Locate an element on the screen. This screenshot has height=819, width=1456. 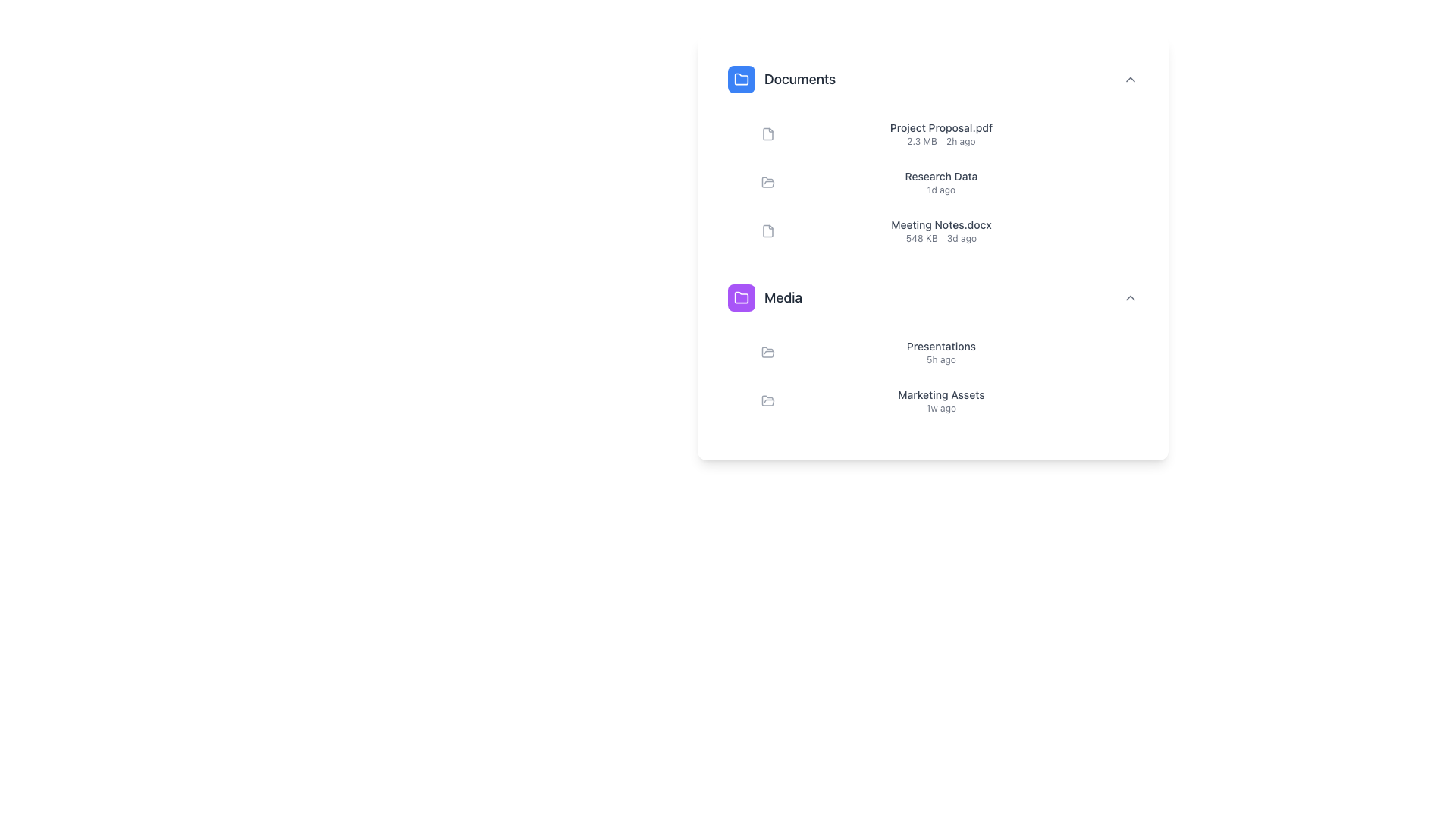
the blue circular icon with a white folder graphic located next to the 'Documents' label is located at coordinates (742, 79).